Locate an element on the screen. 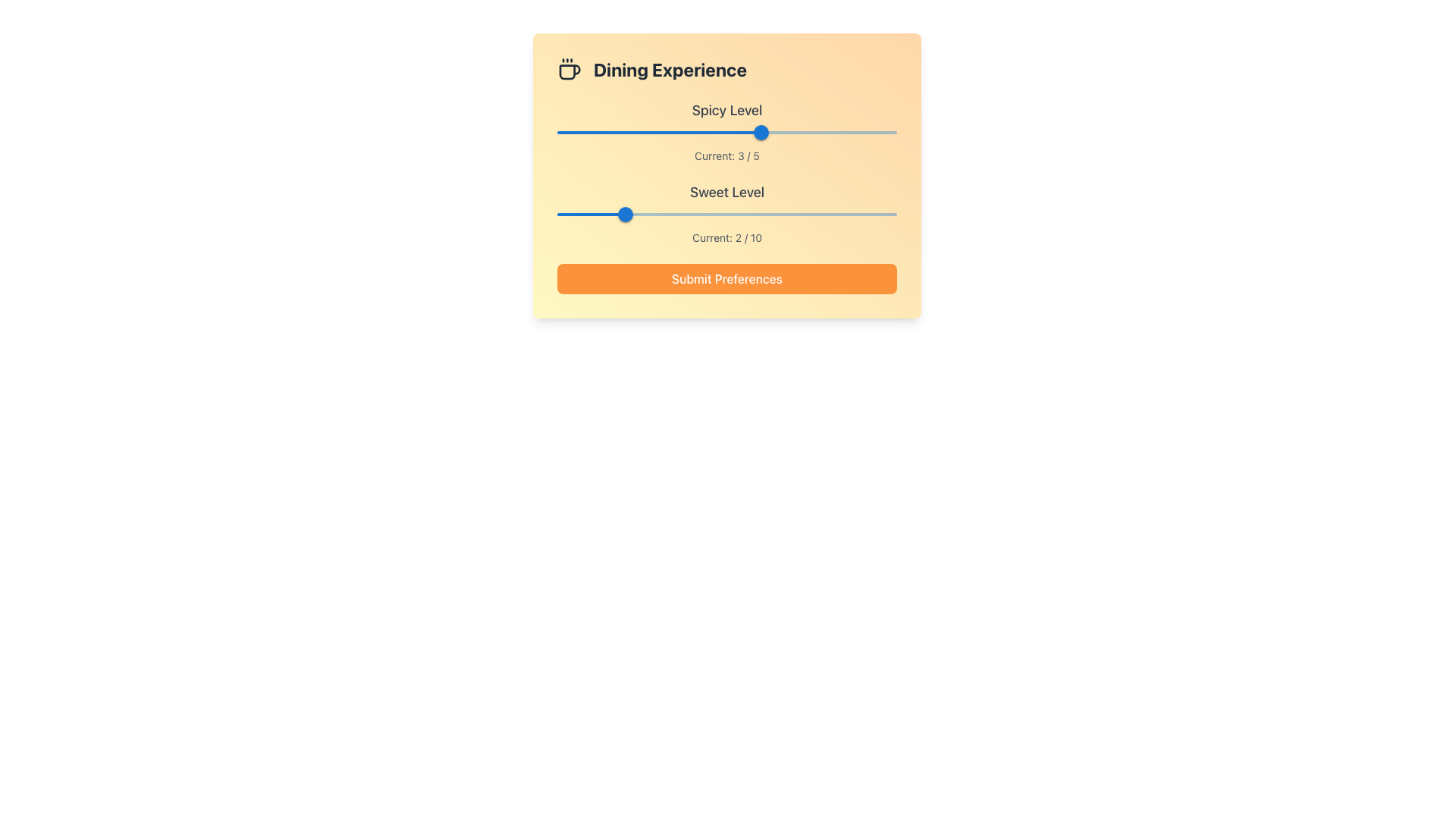 This screenshot has width=1456, height=819. the spicy level is located at coordinates (642, 131).